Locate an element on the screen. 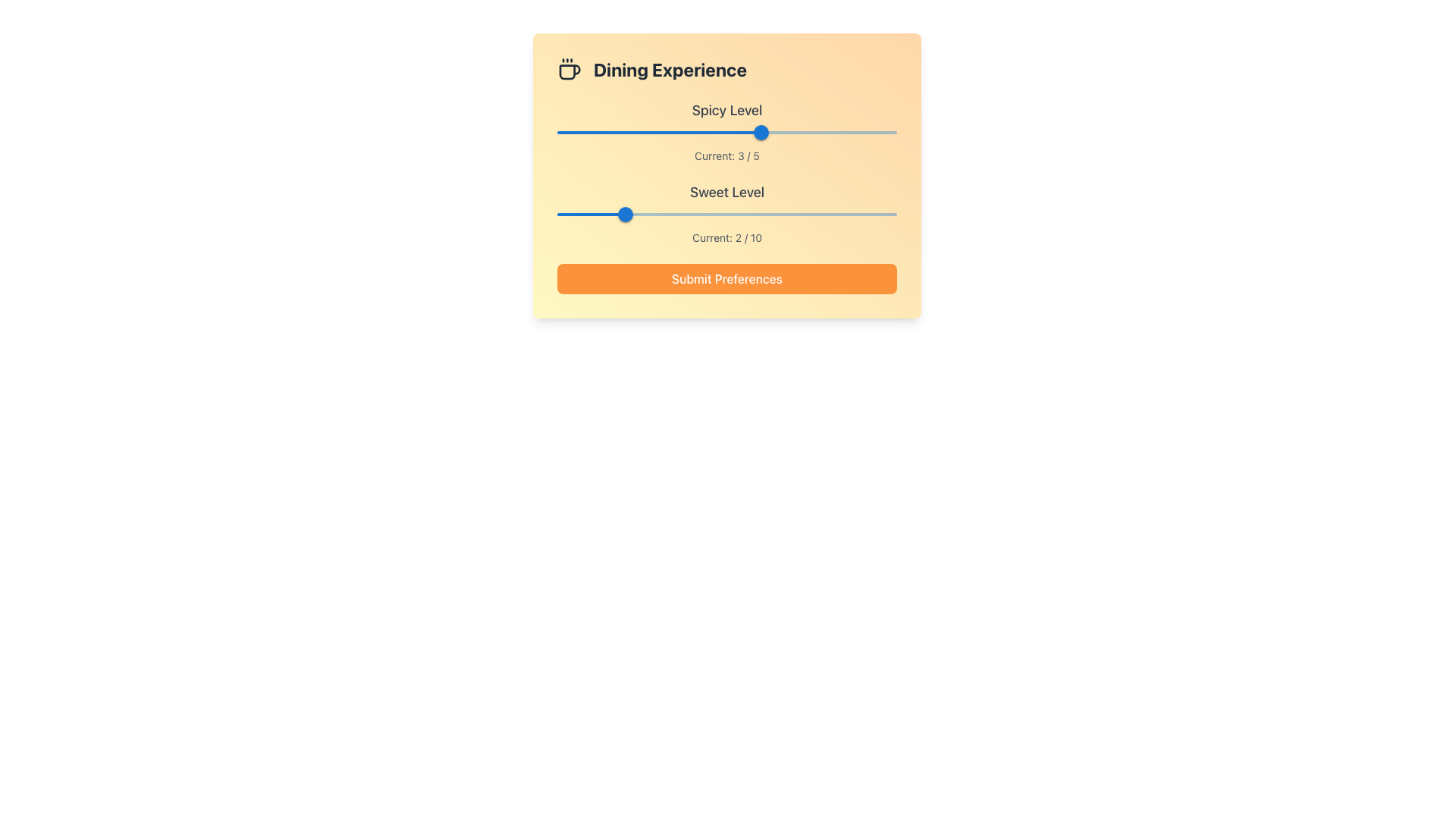 This screenshot has width=1456, height=819. the spicy level is located at coordinates (642, 131).